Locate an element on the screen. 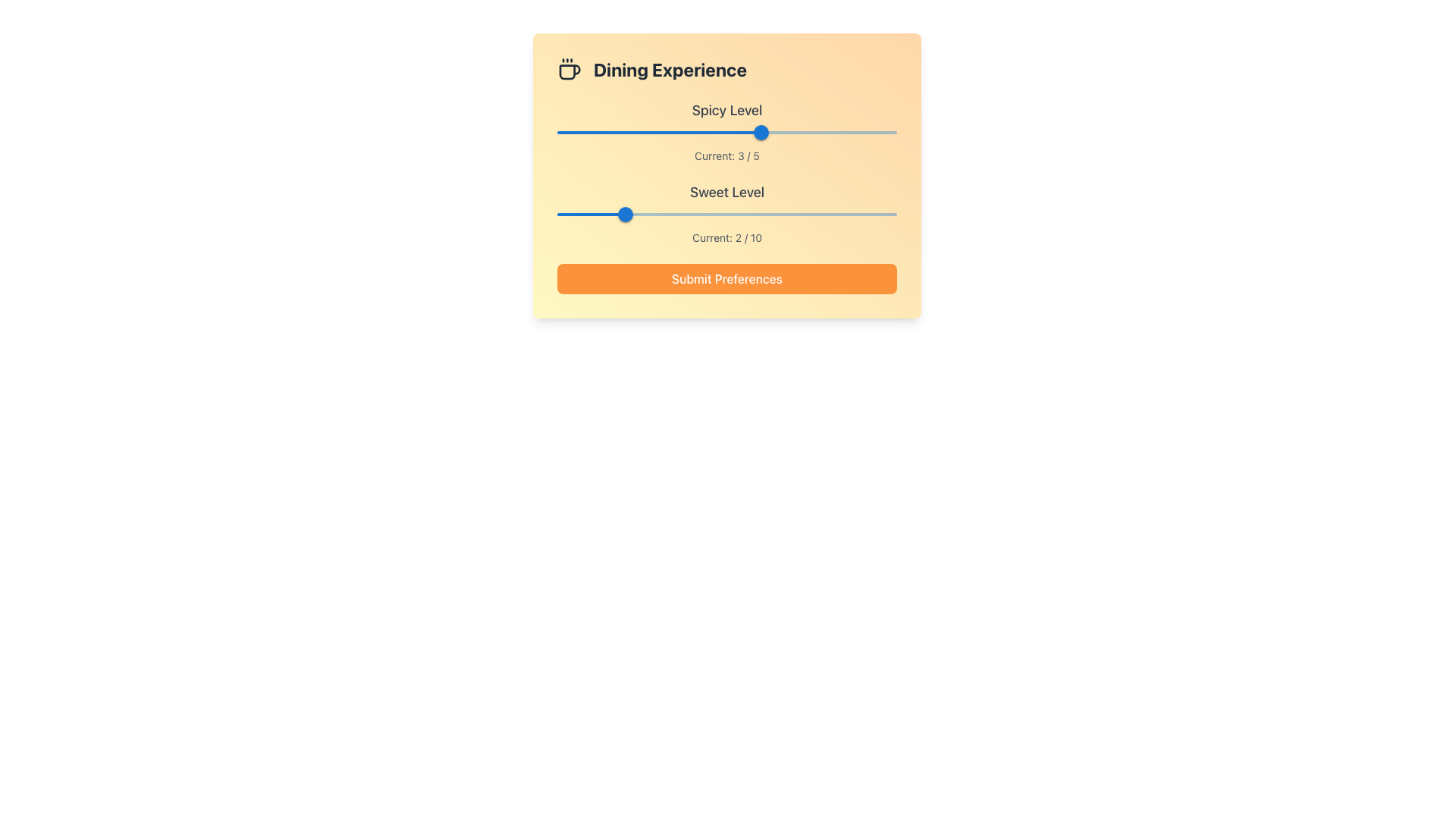 This screenshot has width=1456, height=819. the spicy level is located at coordinates (642, 131).